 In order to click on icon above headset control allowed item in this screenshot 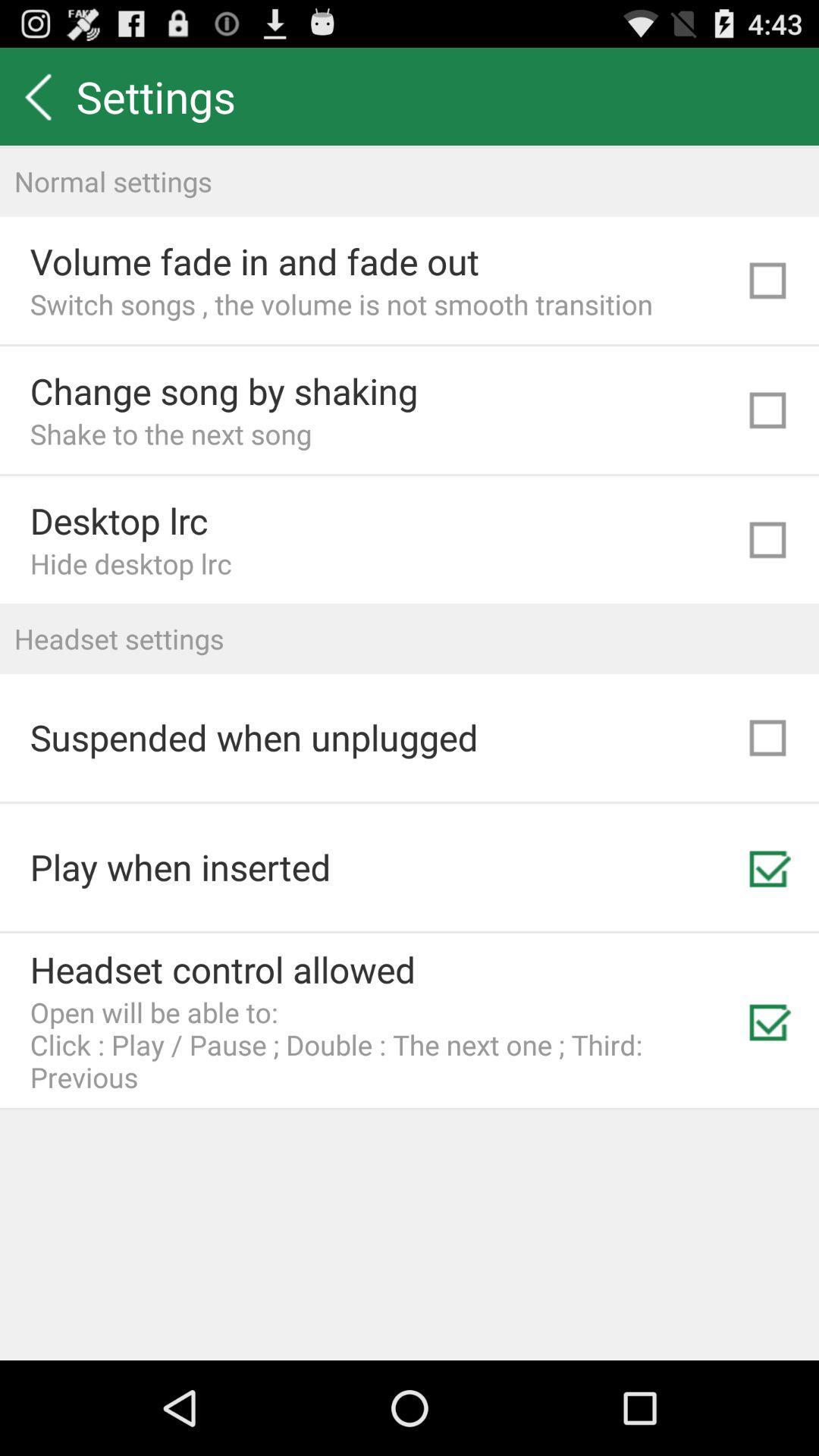, I will do `click(180, 867)`.